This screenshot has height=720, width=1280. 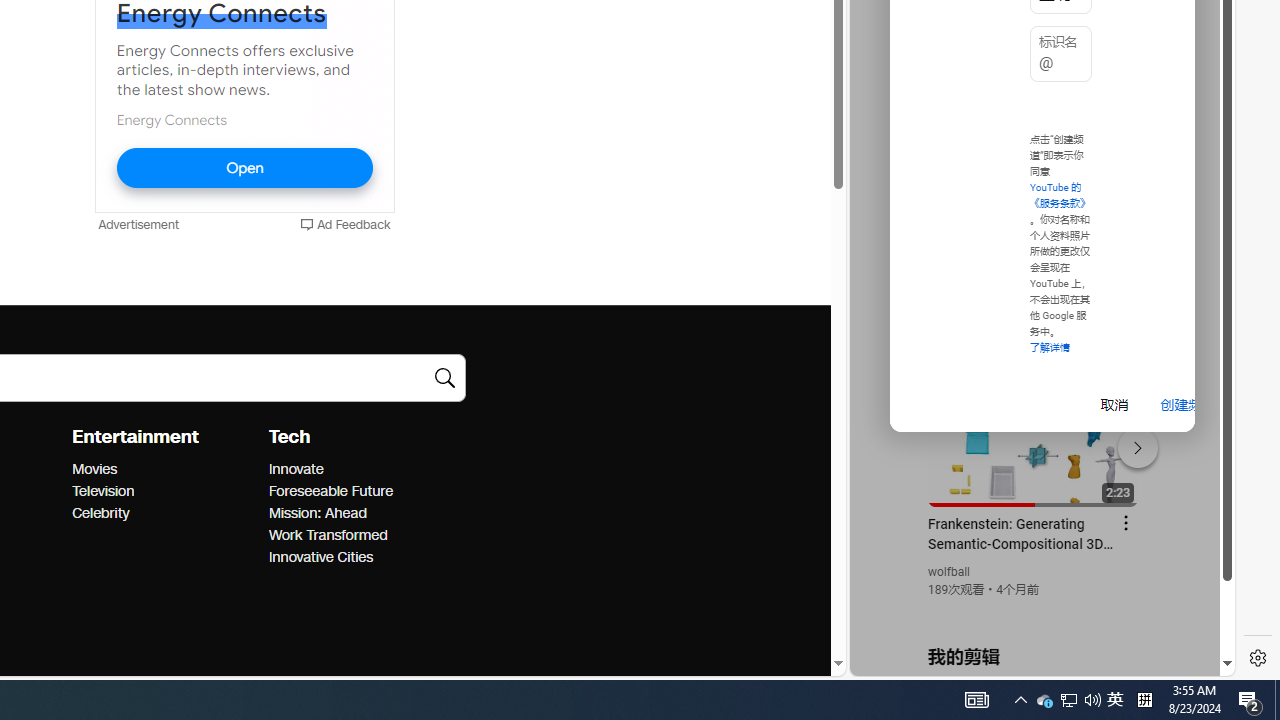 I want to click on 'Mission: Ahead', so click(x=360, y=512).